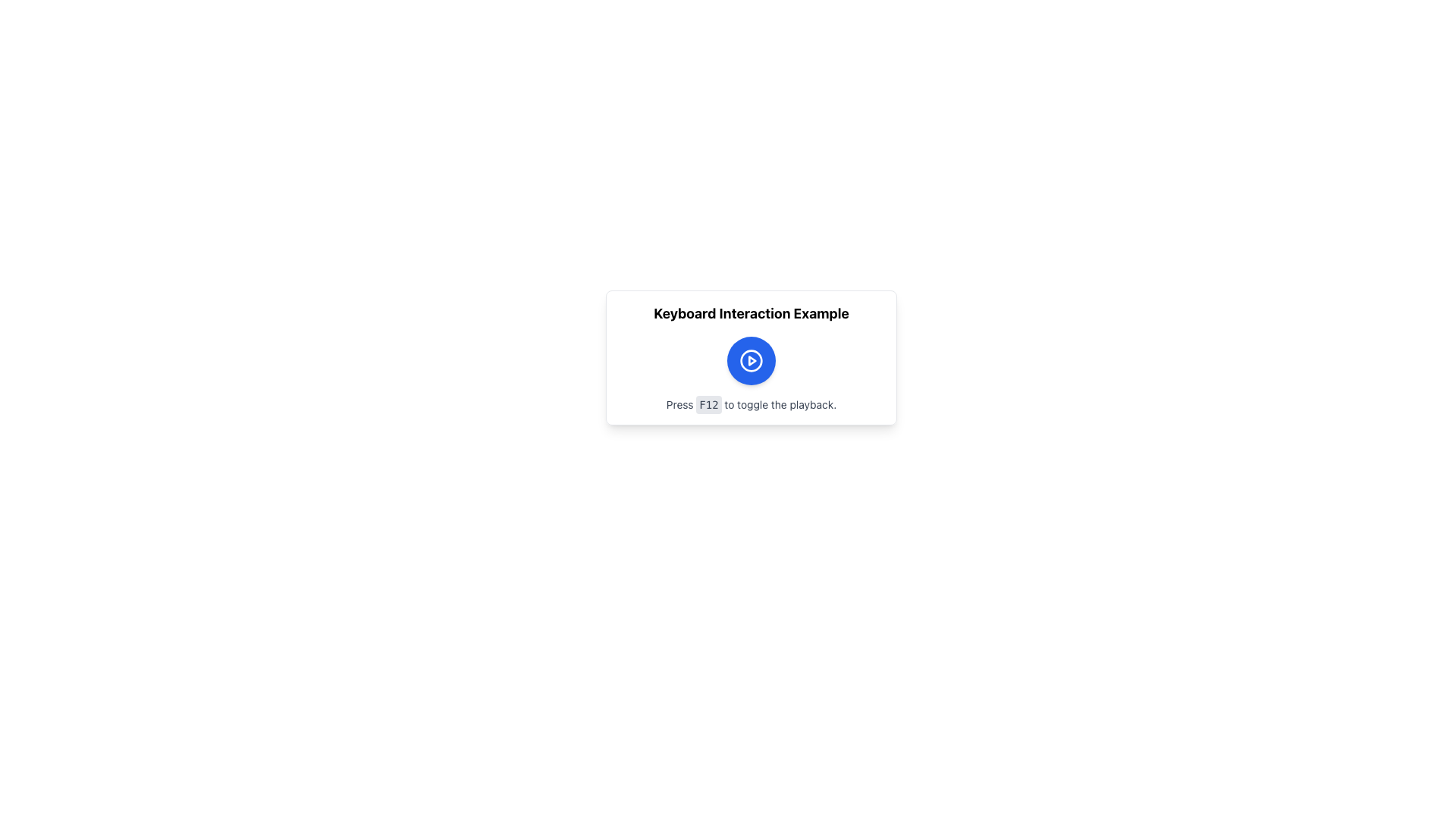 This screenshot has height=819, width=1456. I want to click on the play icon button, which is a white triangle within a blue circular button, so click(751, 360).